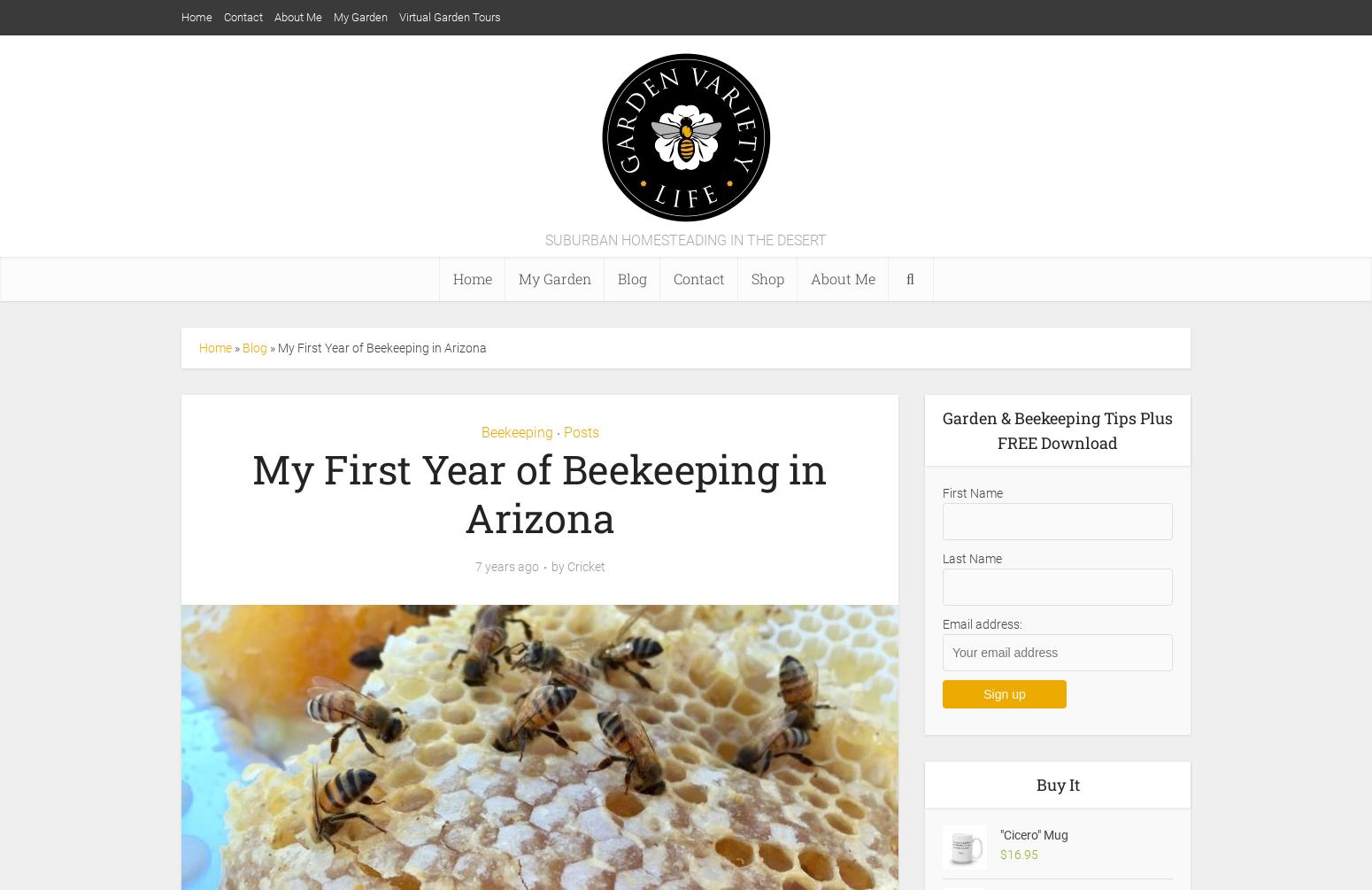  What do you see at coordinates (981, 624) in the screenshot?
I see `'Email address:'` at bounding box center [981, 624].